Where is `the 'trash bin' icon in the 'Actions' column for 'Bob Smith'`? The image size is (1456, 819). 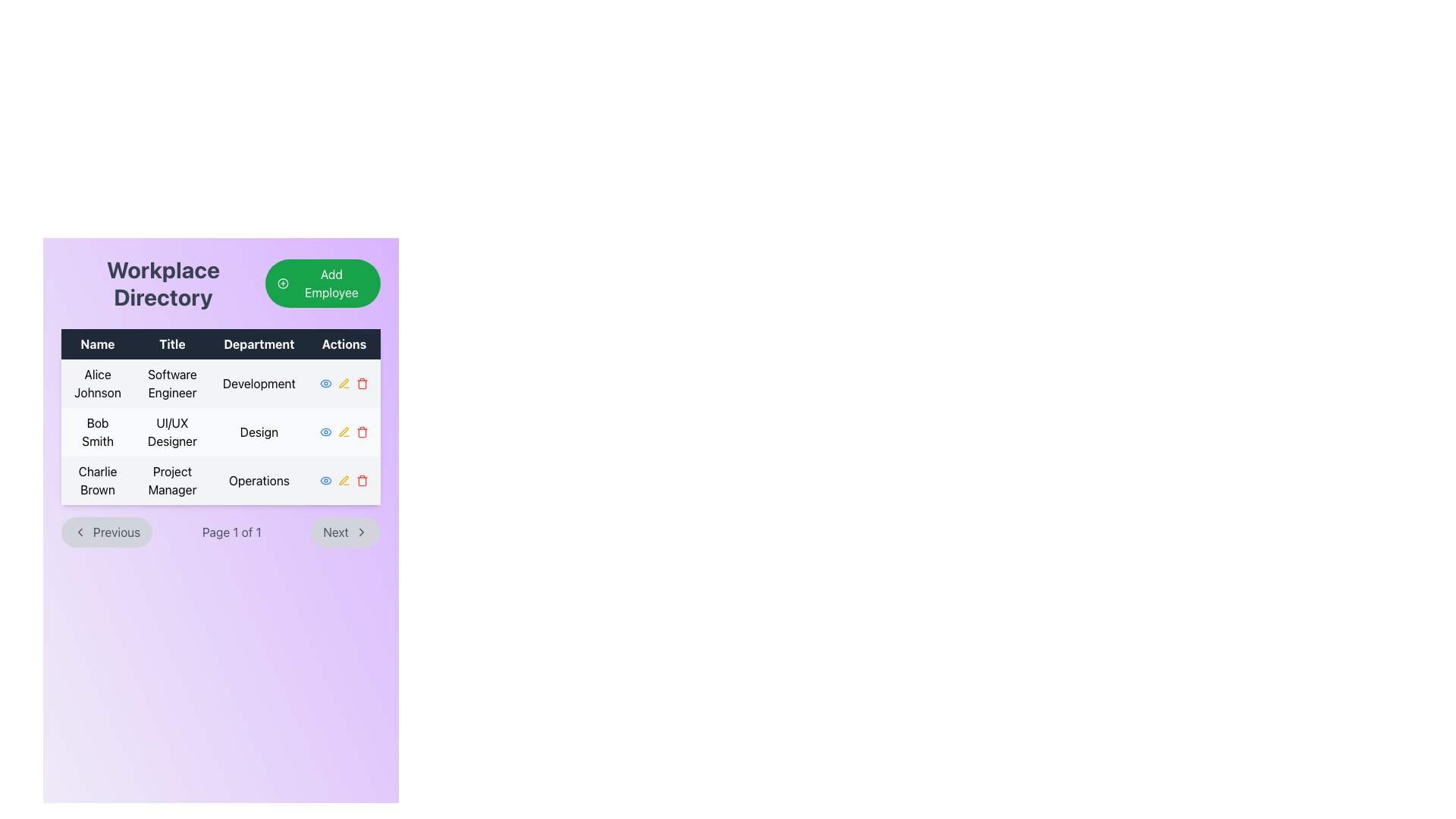 the 'trash bin' icon in the 'Actions' column for 'Bob Smith' is located at coordinates (361, 433).